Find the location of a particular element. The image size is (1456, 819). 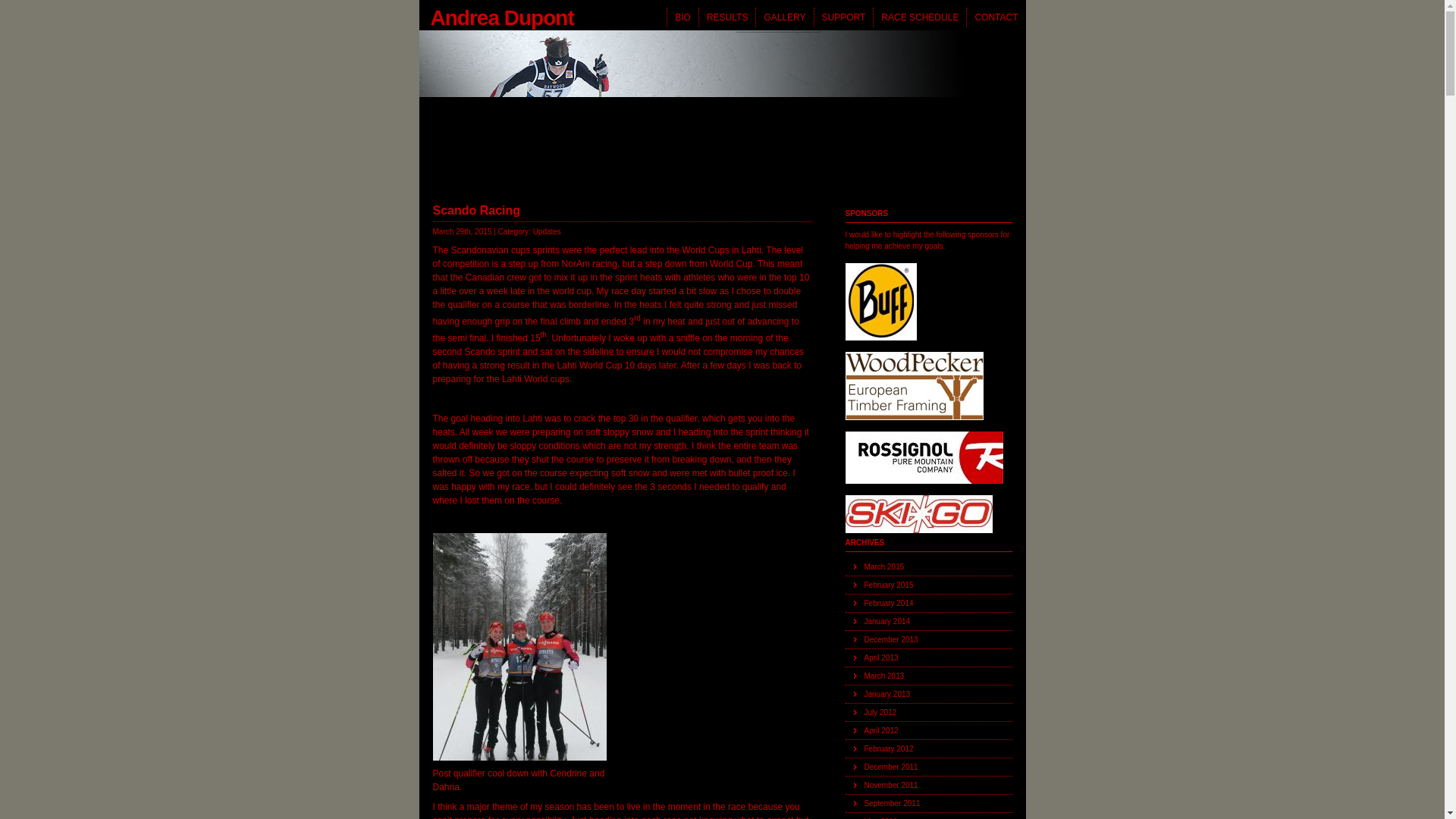

'January 2013' is located at coordinates (927, 694).